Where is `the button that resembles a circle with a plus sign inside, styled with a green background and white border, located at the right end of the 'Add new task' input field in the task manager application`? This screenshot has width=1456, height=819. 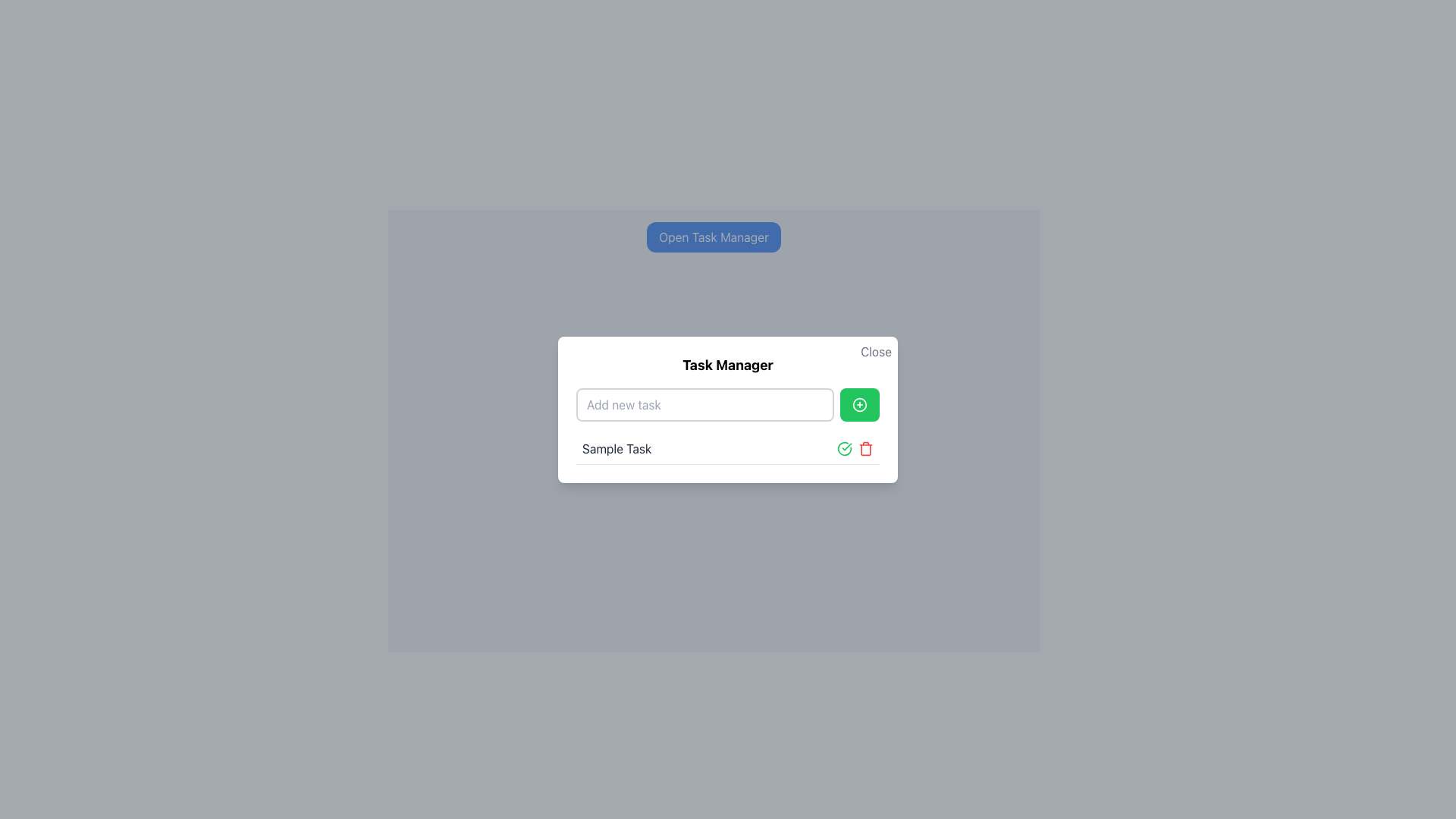
the button that resembles a circle with a plus sign inside, styled with a green background and white border, located at the right end of the 'Add new task' input field in the task manager application is located at coordinates (859, 403).